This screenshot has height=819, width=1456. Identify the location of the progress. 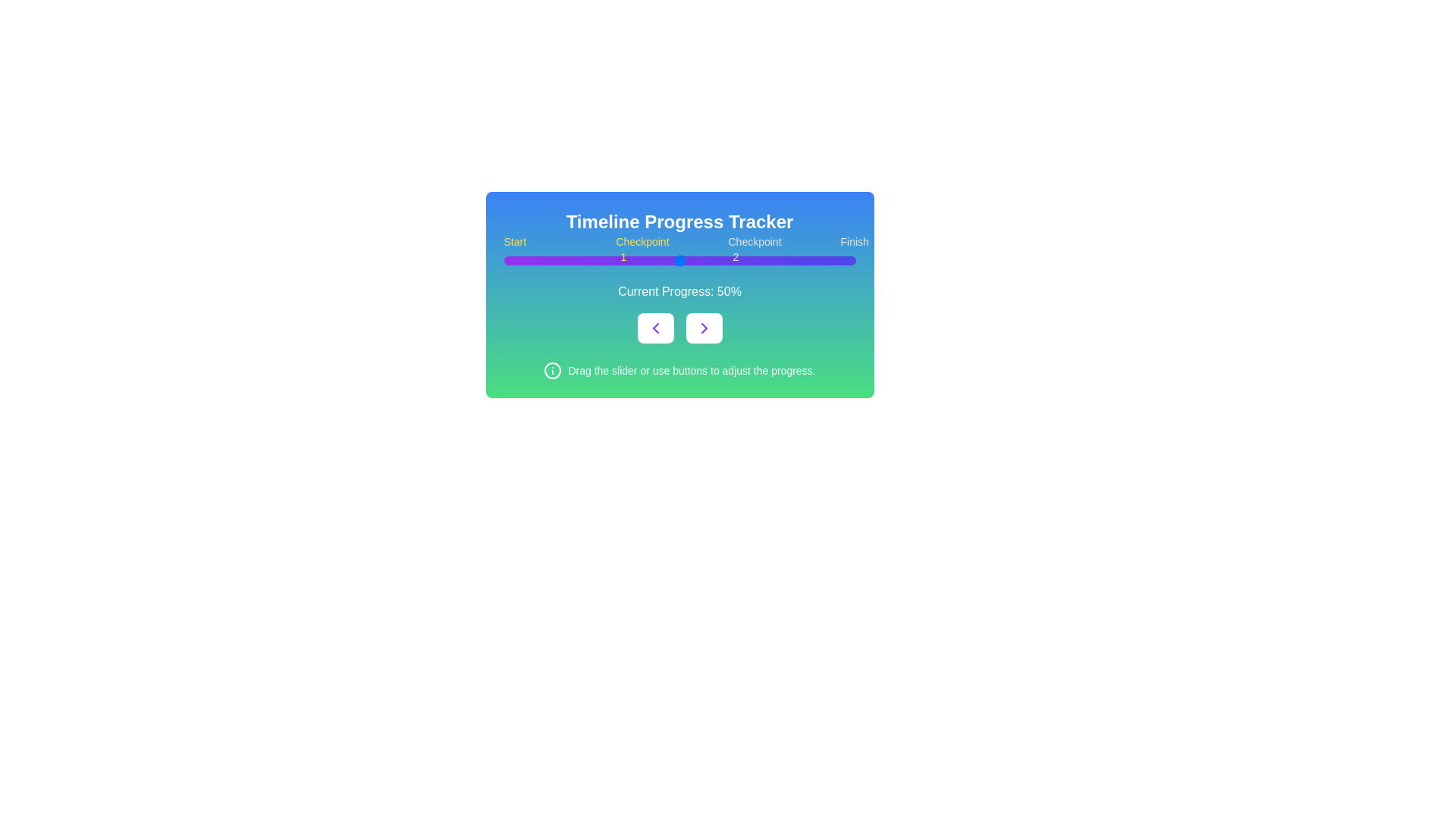
(844, 259).